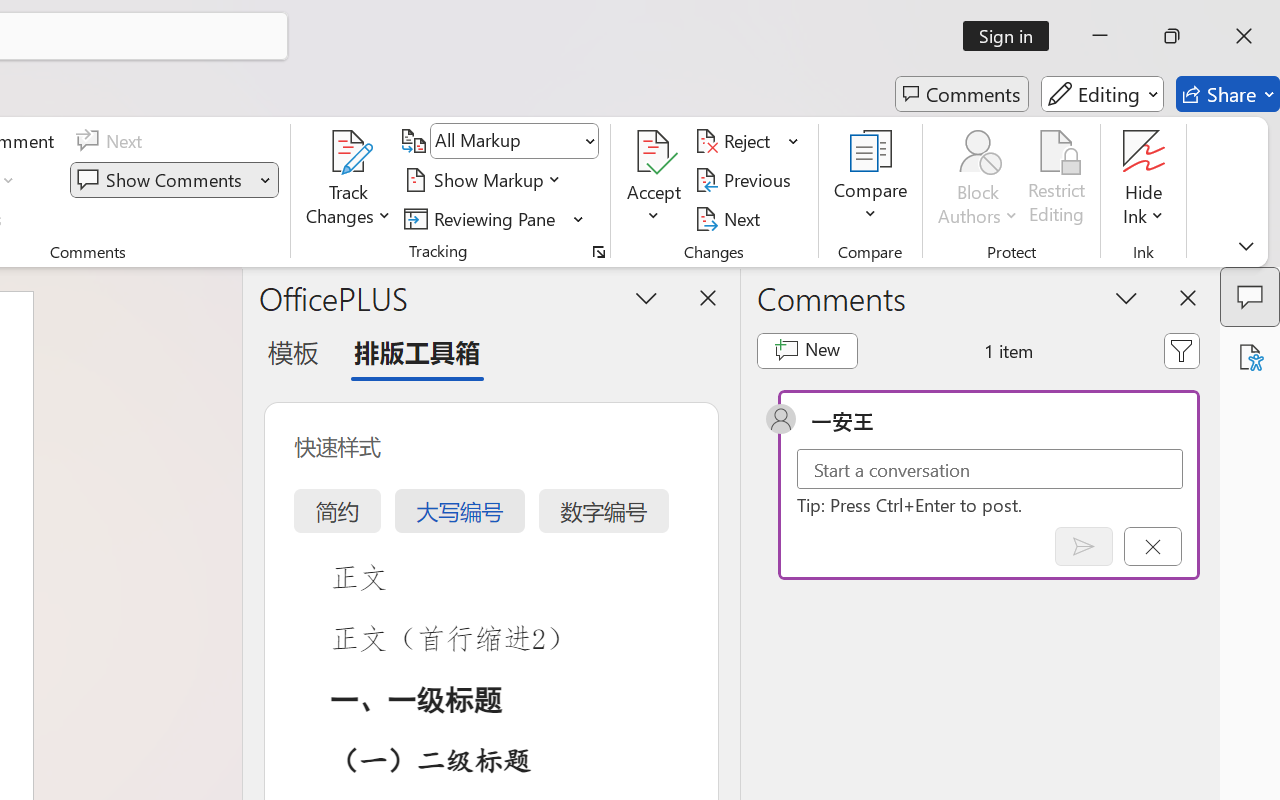 The width and height of the screenshot is (1280, 800). Describe the element at coordinates (483, 218) in the screenshot. I see `'Reviewing Pane'` at that location.